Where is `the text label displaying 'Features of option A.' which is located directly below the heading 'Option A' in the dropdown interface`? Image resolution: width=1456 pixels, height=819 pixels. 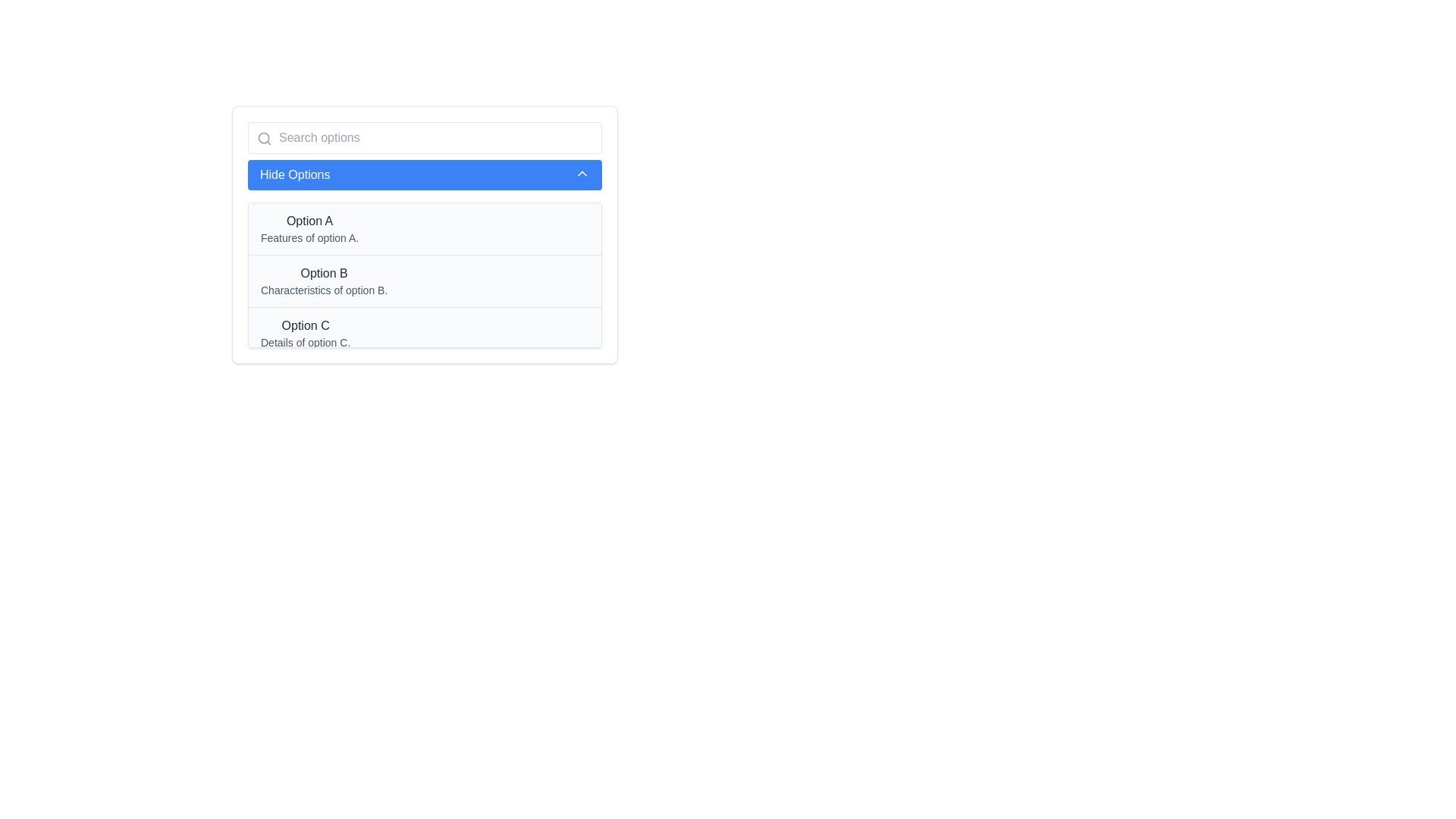
the text label displaying 'Features of option A.' which is located directly below the heading 'Option A' in the dropdown interface is located at coordinates (309, 237).